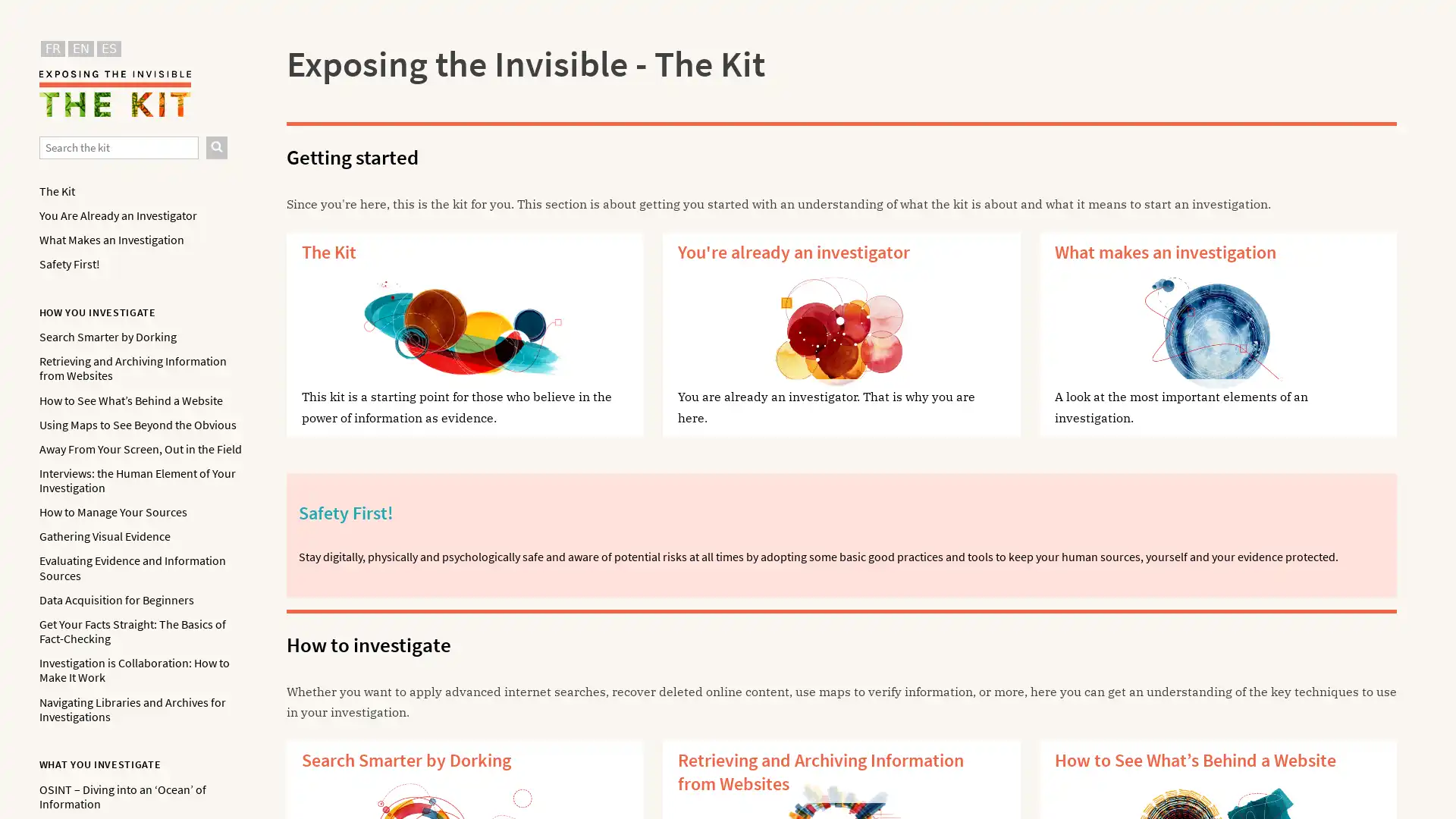 This screenshot has height=819, width=1456. I want to click on ES, so click(108, 47).